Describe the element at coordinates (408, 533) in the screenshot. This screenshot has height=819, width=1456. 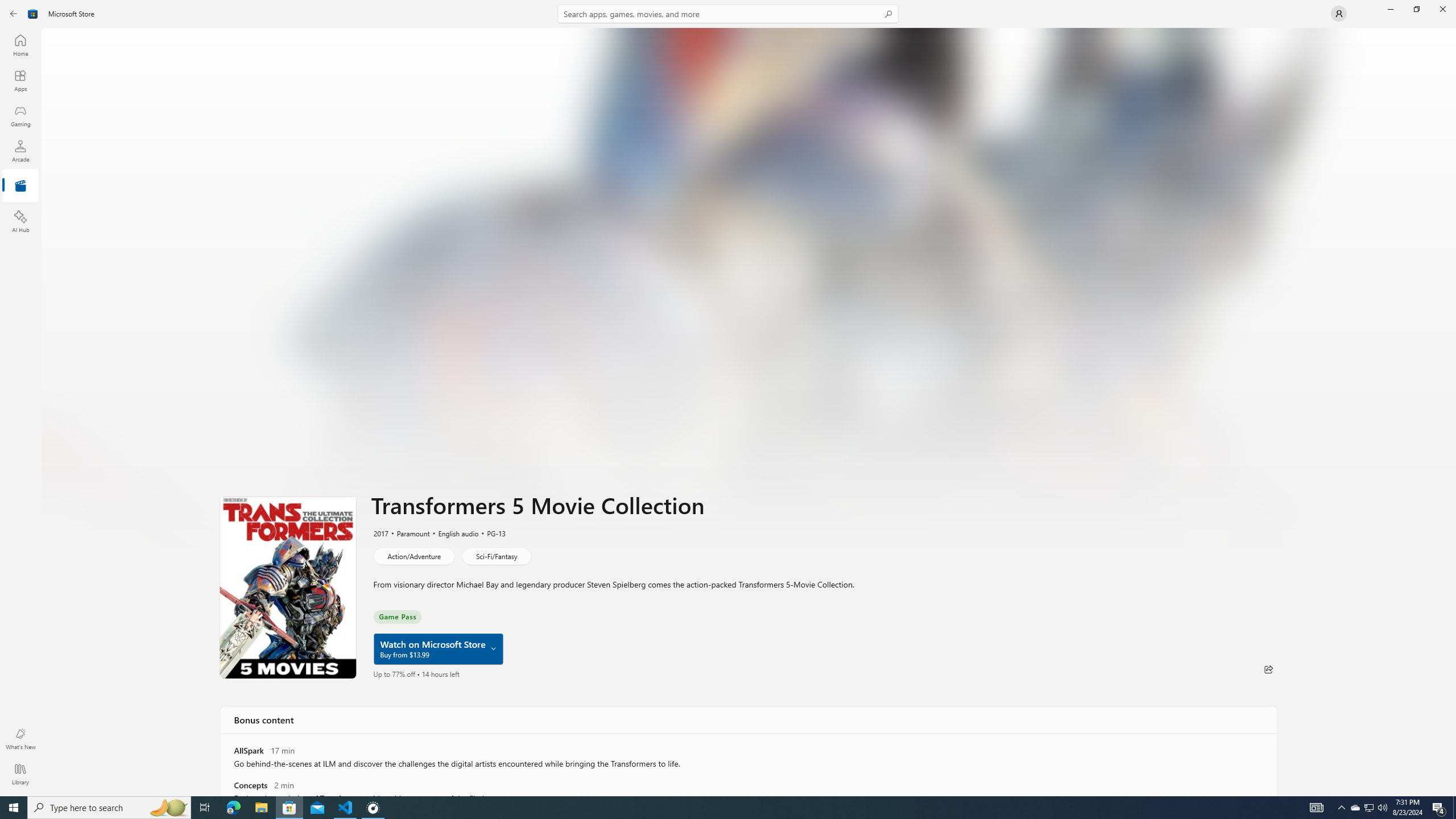
I see `'Paramount'` at that location.